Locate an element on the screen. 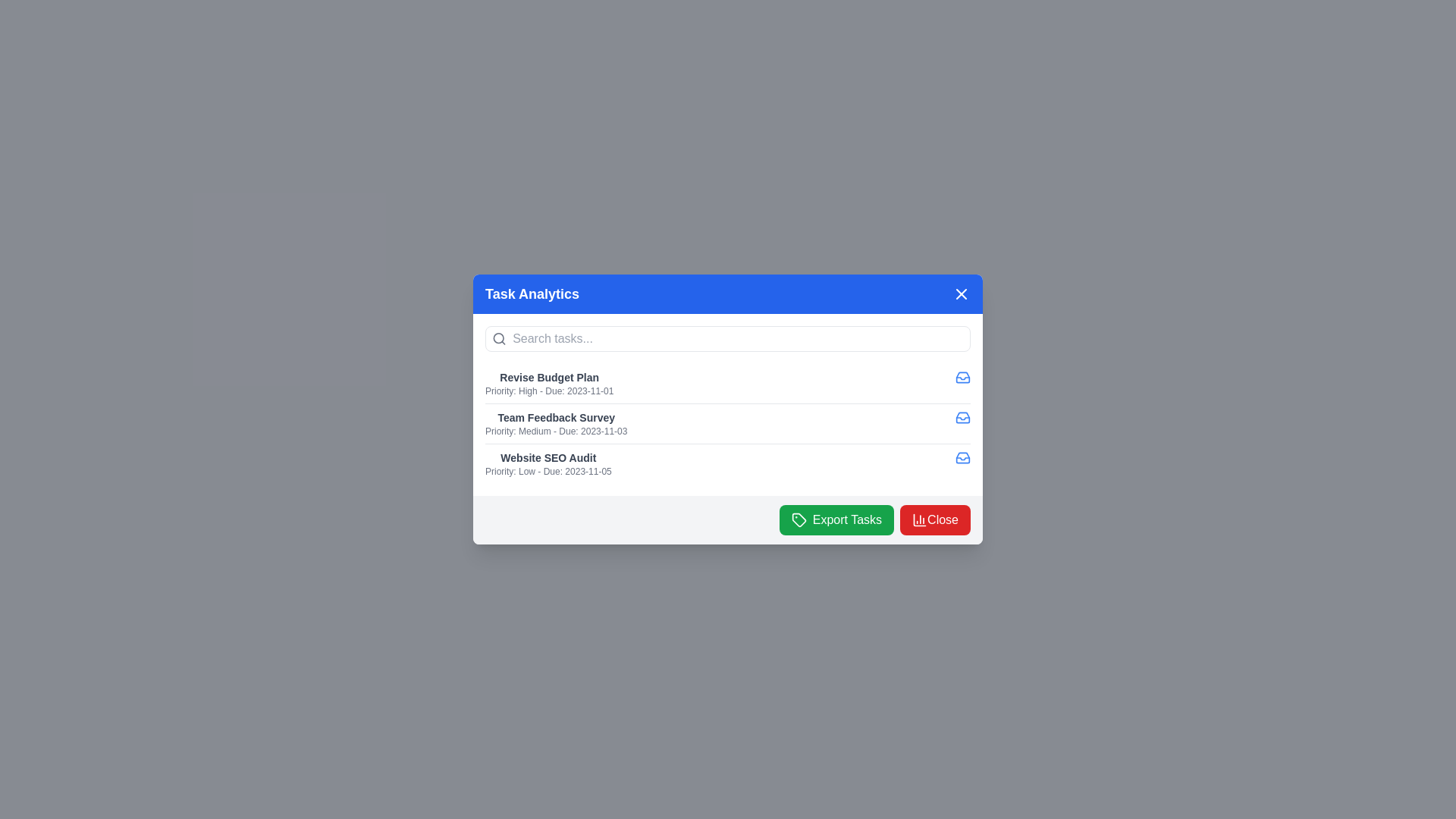 The width and height of the screenshot is (1456, 819). the search icon resembling a magnifying glass located inside the search bar at the top of the modal window, immediately left of the 'Search tasks...' text input field is located at coordinates (499, 338).